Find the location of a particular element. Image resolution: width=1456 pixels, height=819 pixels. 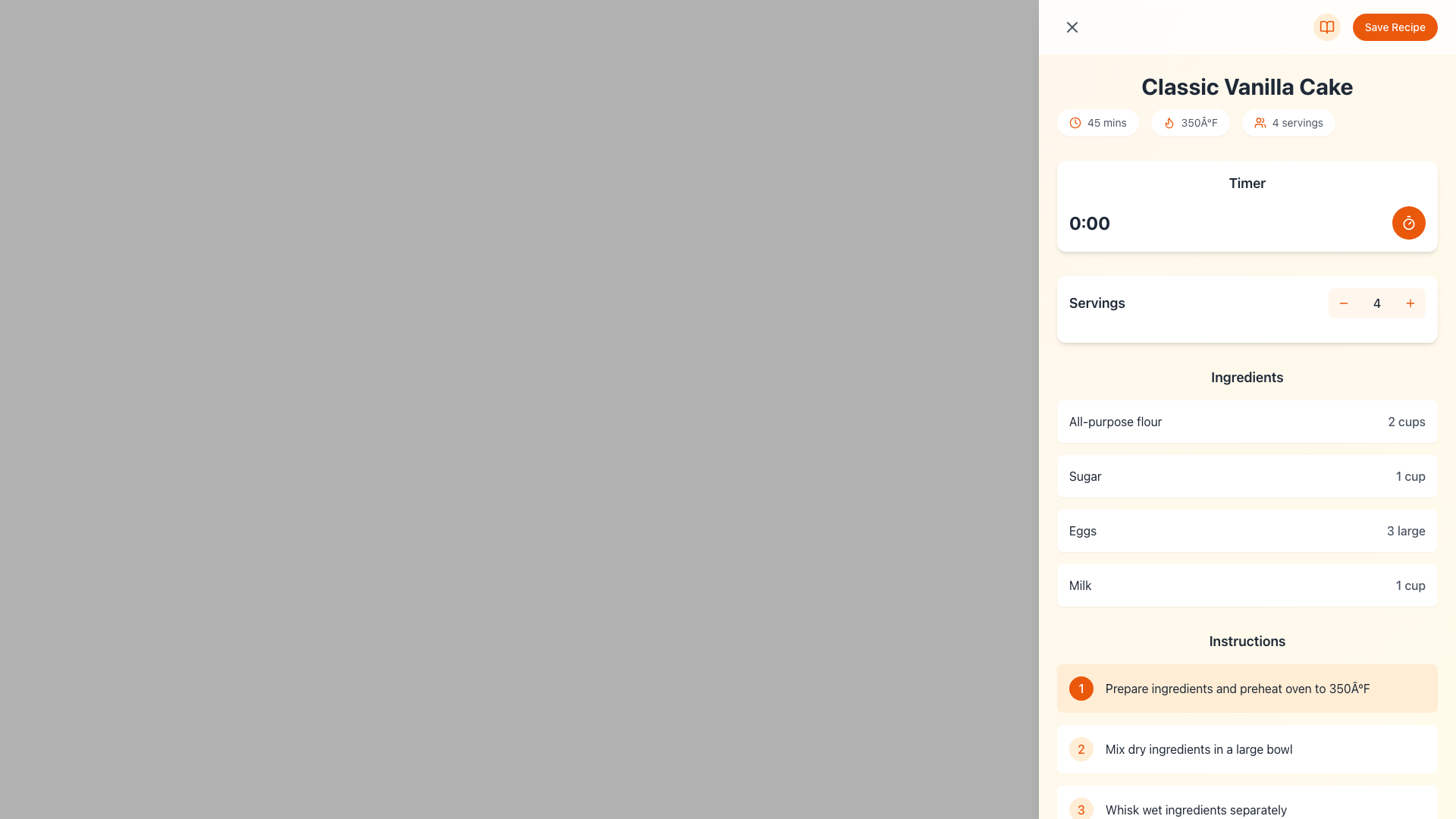

instruction text from the first item in the 'Instructions' list, which contains the number '1' and the text 'Prepare ingredients and preheat oven to 350°F.' is located at coordinates (1247, 688).